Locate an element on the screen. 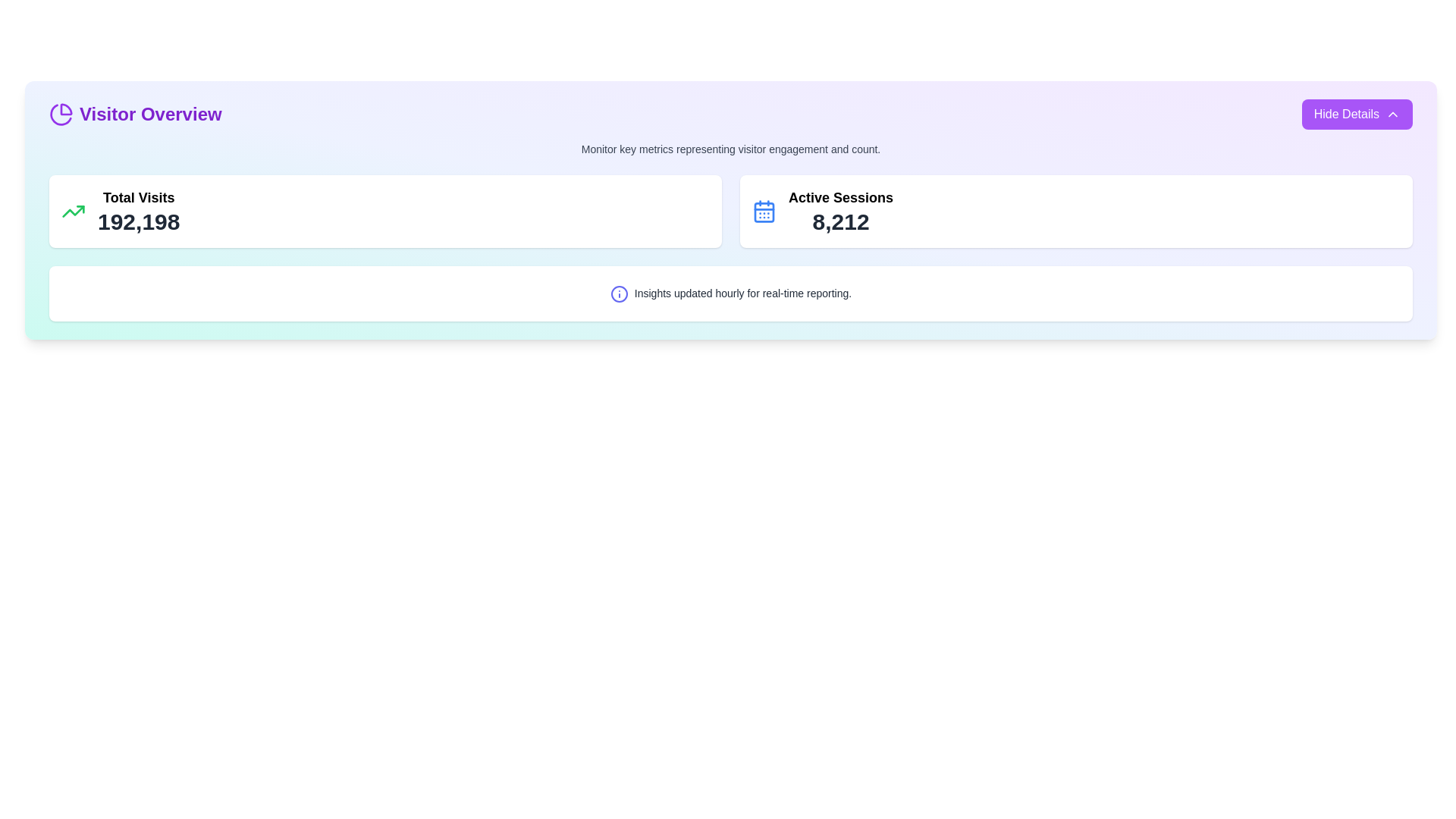 The height and width of the screenshot is (819, 1456). 'Total Visits' label located prominently at the top of the 'Visitor Overview' card, which is styled in large bold font is located at coordinates (139, 197).